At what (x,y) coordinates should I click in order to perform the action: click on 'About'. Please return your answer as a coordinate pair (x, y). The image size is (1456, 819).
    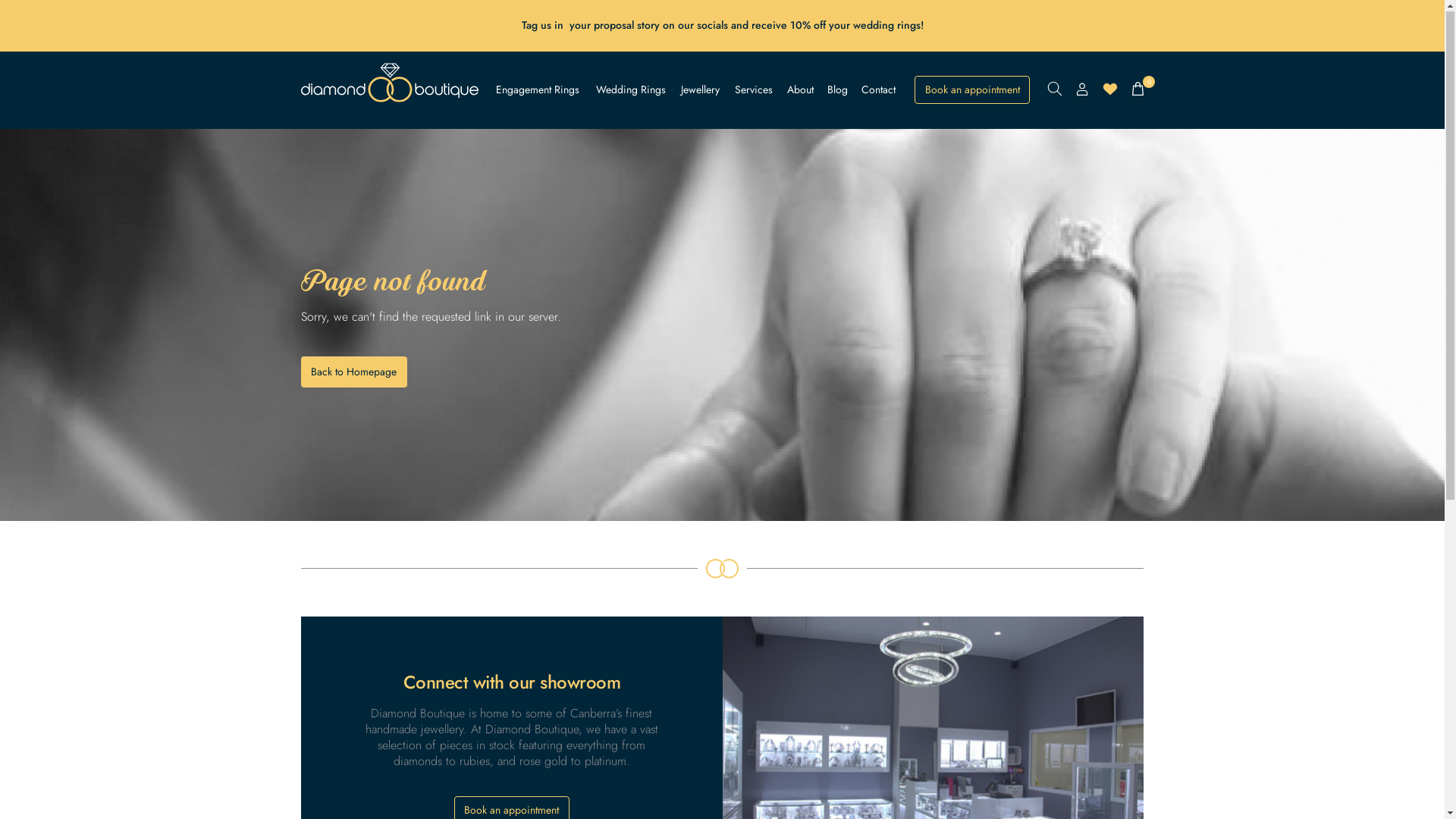
    Looking at the image, I should click on (799, 90).